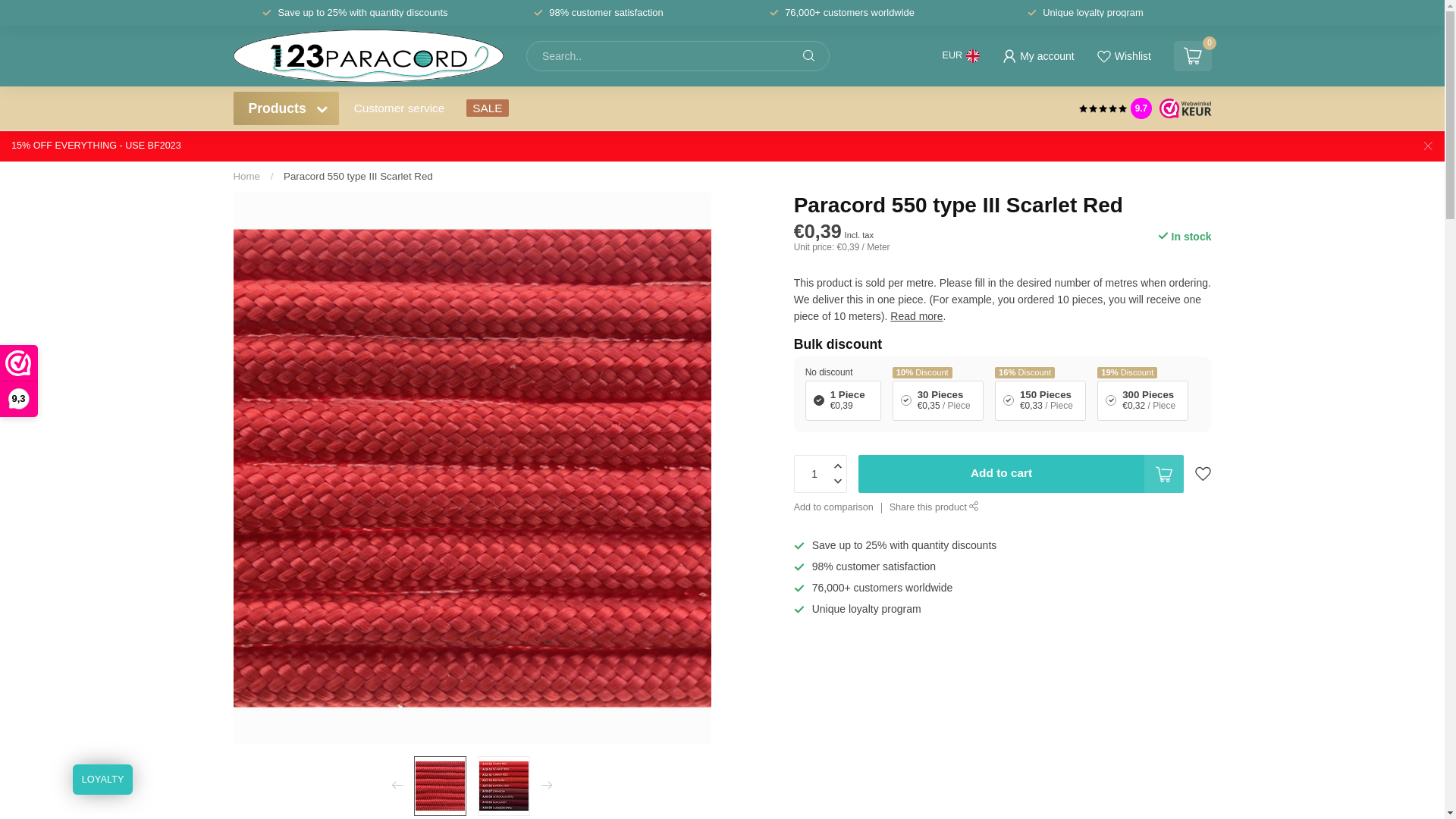 Image resolution: width=1456 pixels, height=819 pixels. What do you see at coordinates (934, 508) in the screenshot?
I see `'Share this product'` at bounding box center [934, 508].